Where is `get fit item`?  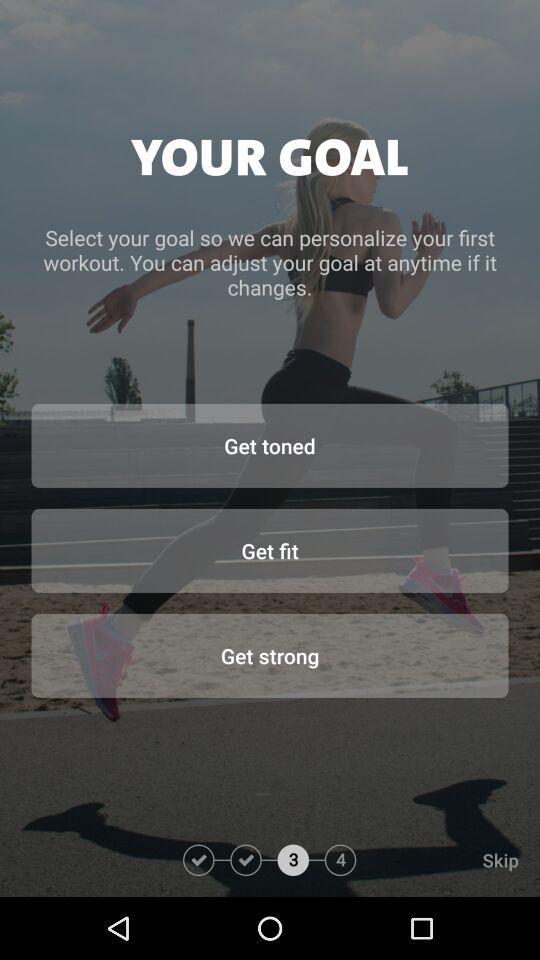
get fit item is located at coordinates (270, 550).